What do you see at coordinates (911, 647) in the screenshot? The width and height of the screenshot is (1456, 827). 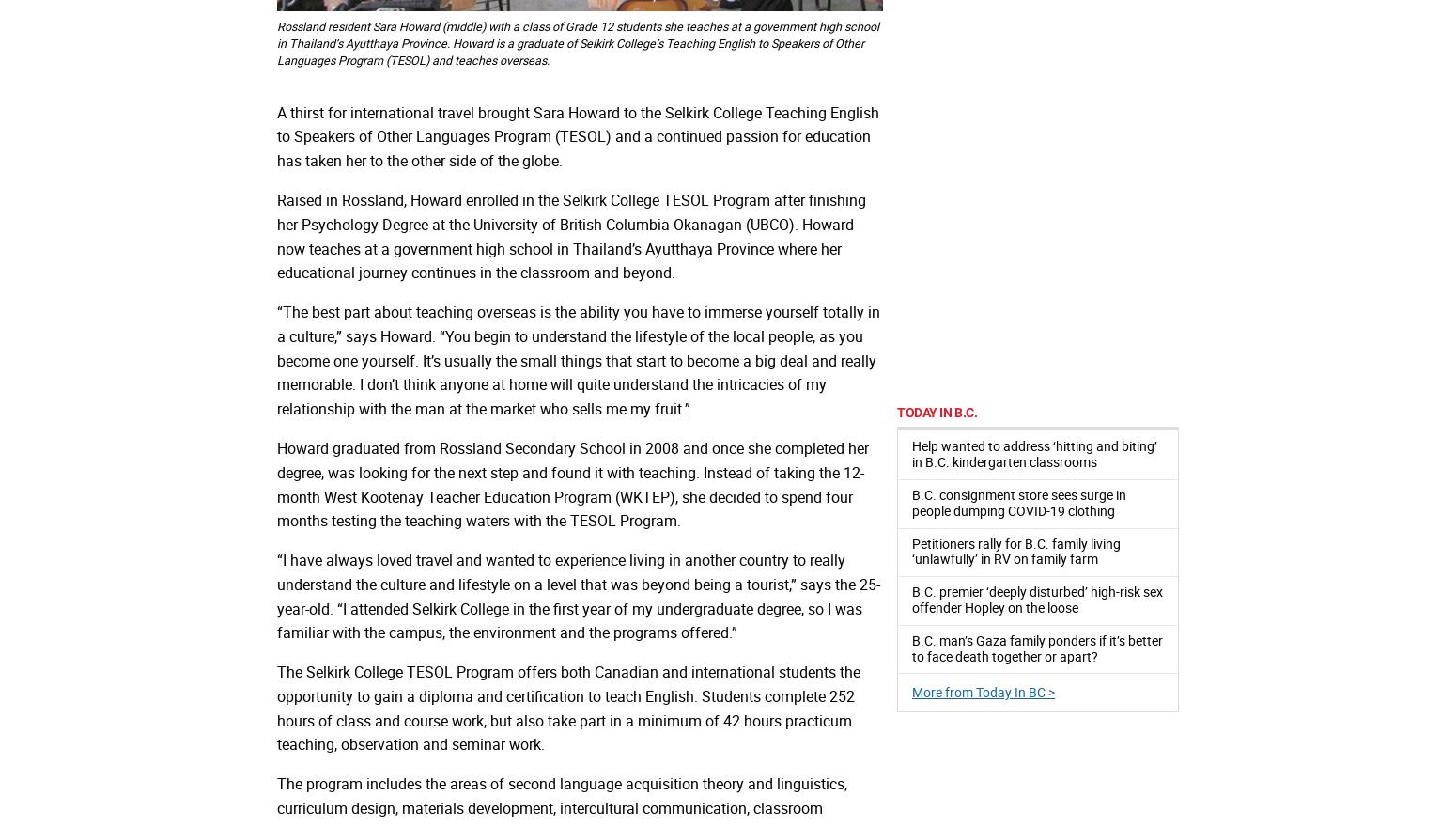 I see `'B.C. man’s Gaza family ponders if it’s better to face death together or apart?'` at bounding box center [911, 647].